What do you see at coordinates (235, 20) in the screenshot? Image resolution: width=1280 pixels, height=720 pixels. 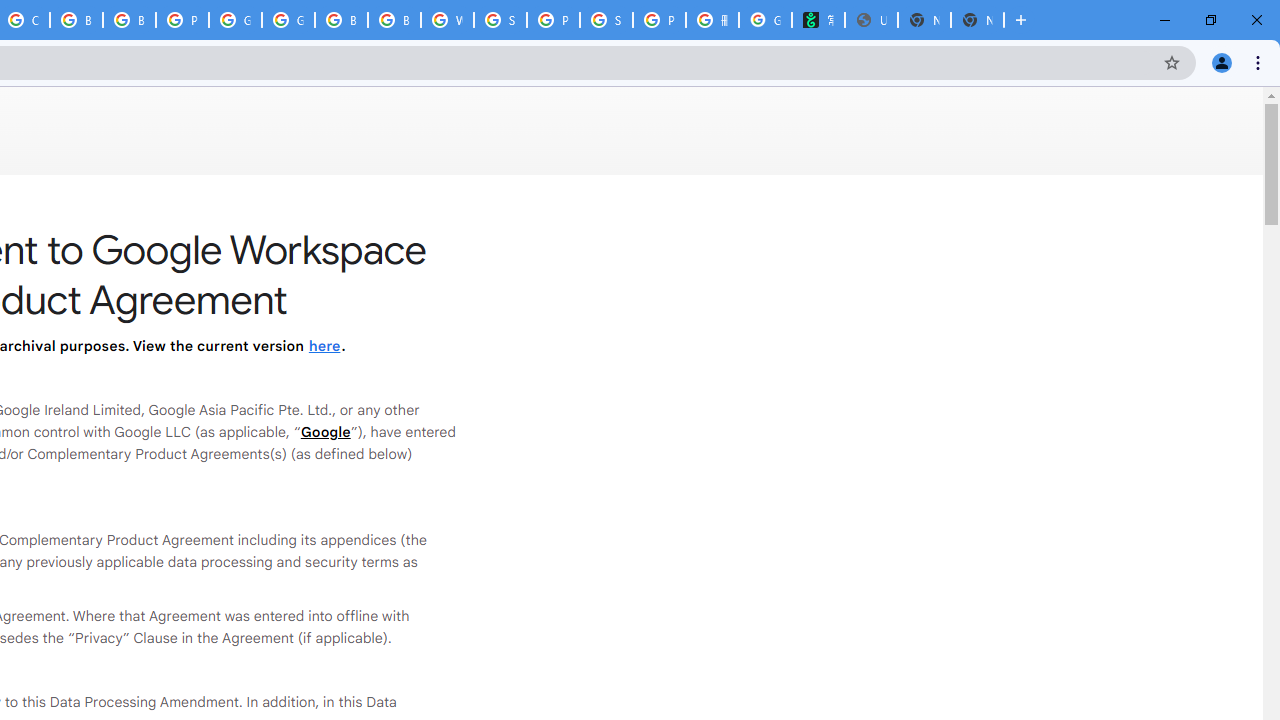 I see `'Google Cloud Platform'` at bounding box center [235, 20].